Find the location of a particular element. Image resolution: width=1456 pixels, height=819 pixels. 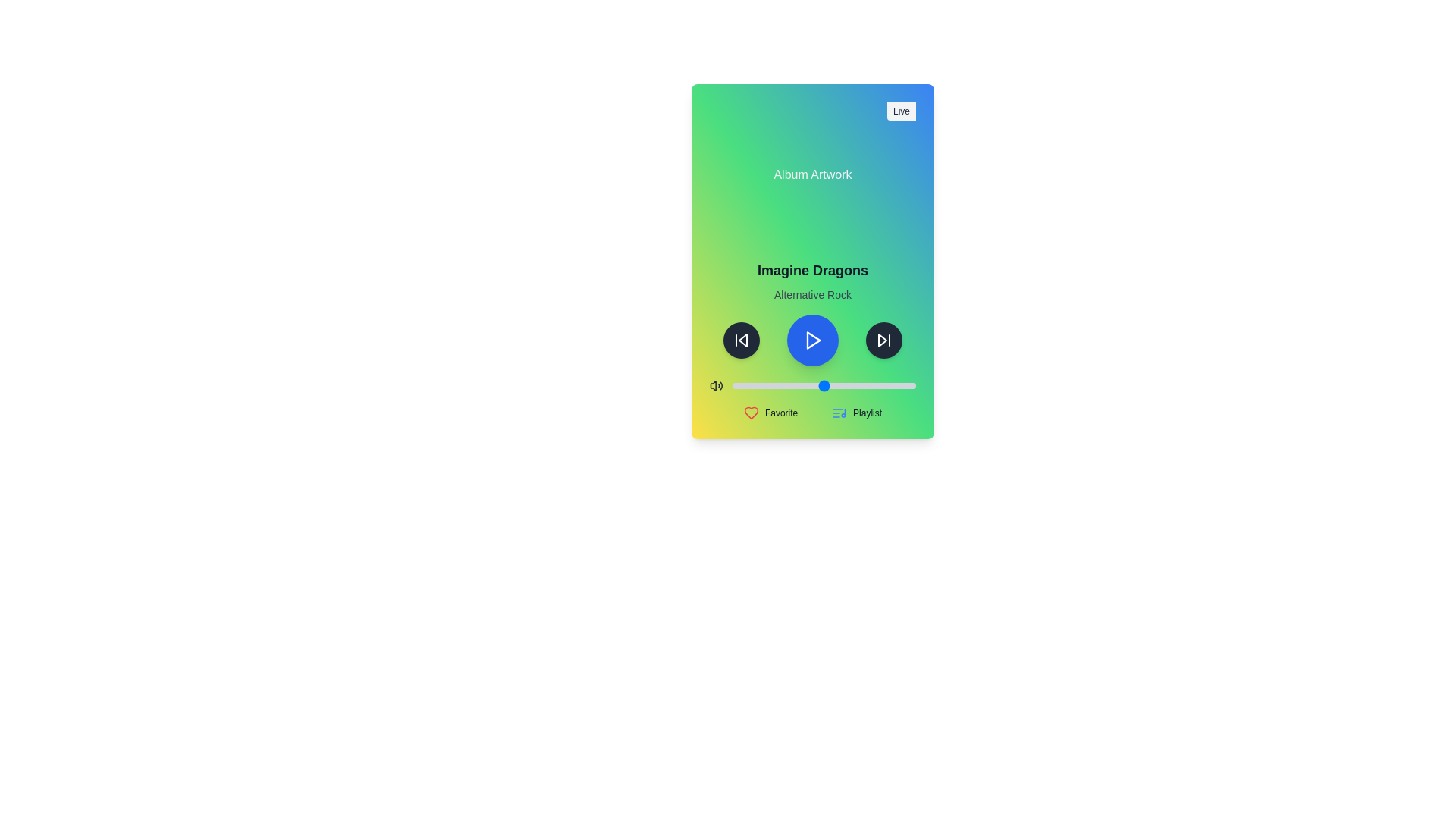

the 'Imagine Dragons' text label, which is centrally located within a card interface under the 'Album Artwork' label and above 'Alternative Rock' is located at coordinates (811, 270).